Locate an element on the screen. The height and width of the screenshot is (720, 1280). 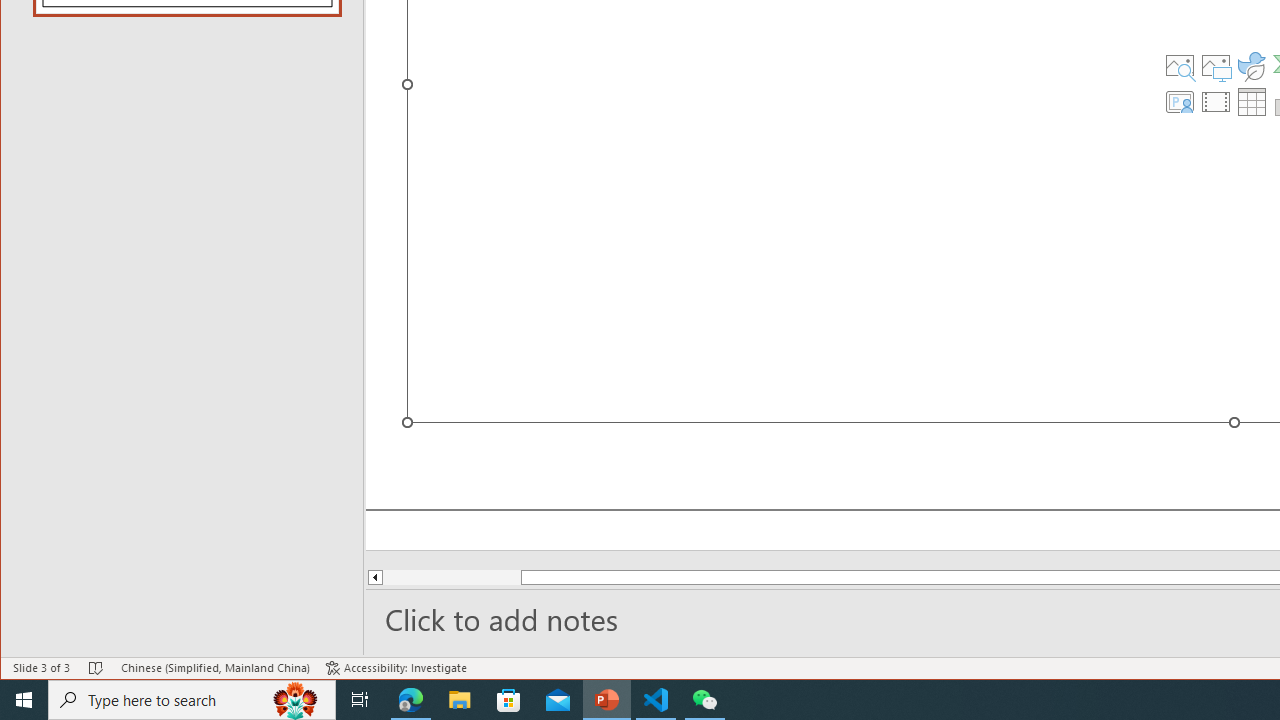
'Pictures' is located at coordinates (1215, 64).